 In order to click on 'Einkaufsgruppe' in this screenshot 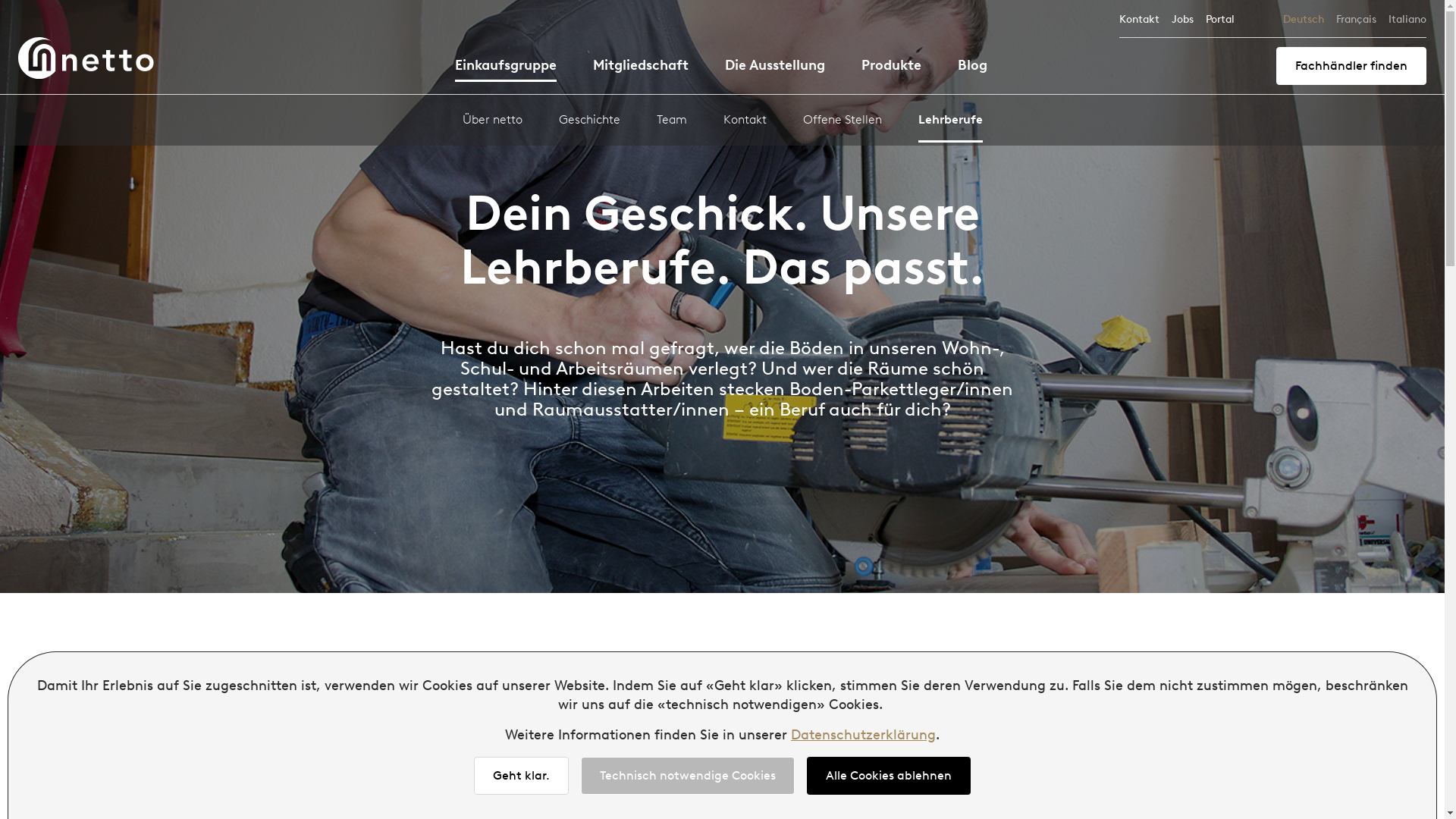, I will do `click(506, 69)`.